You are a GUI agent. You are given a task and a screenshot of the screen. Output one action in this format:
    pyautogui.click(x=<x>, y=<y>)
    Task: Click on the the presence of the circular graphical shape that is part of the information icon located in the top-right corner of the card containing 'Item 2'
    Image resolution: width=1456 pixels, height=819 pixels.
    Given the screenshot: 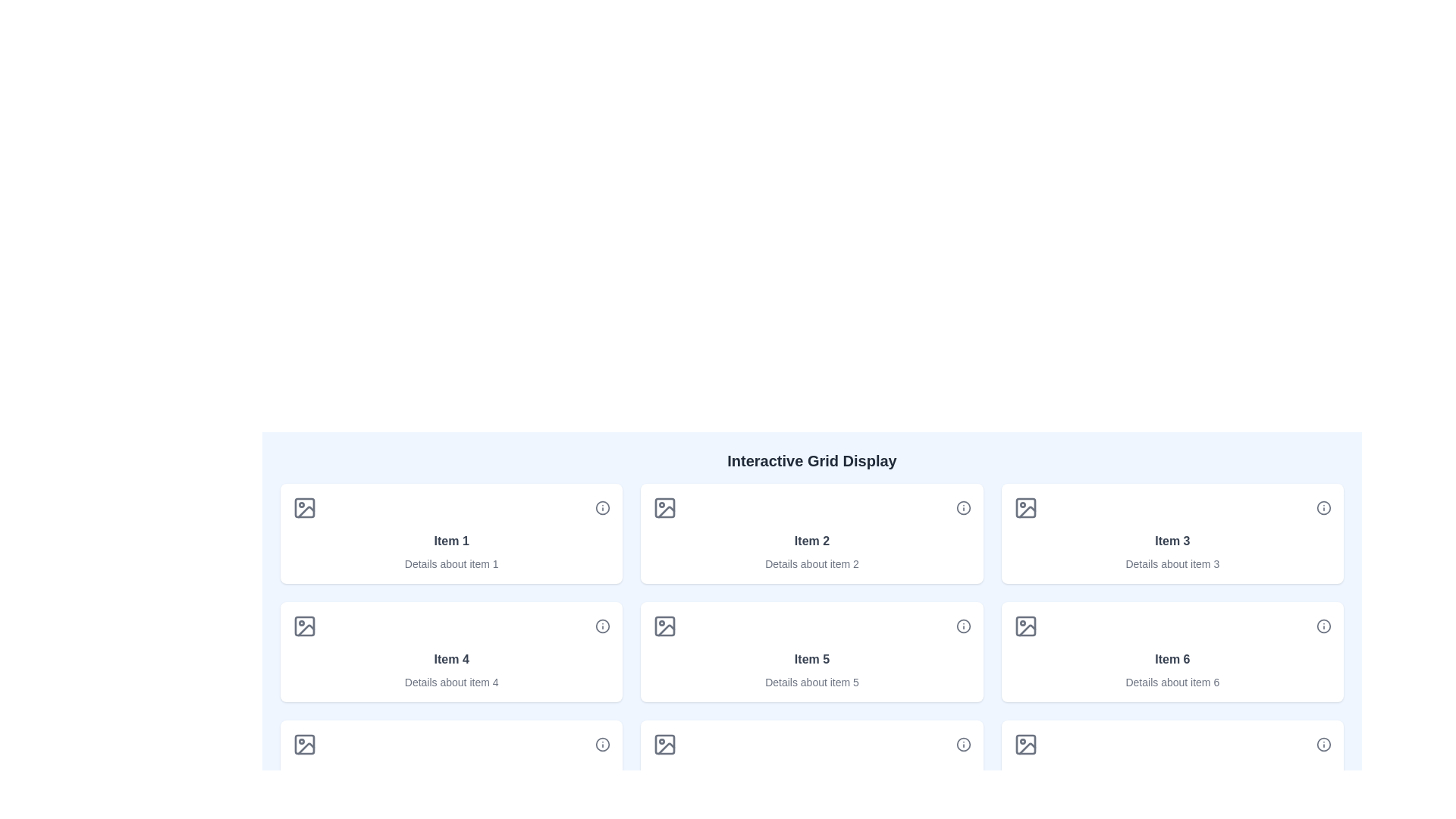 What is the action you would take?
    pyautogui.click(x=962, y=508)
    